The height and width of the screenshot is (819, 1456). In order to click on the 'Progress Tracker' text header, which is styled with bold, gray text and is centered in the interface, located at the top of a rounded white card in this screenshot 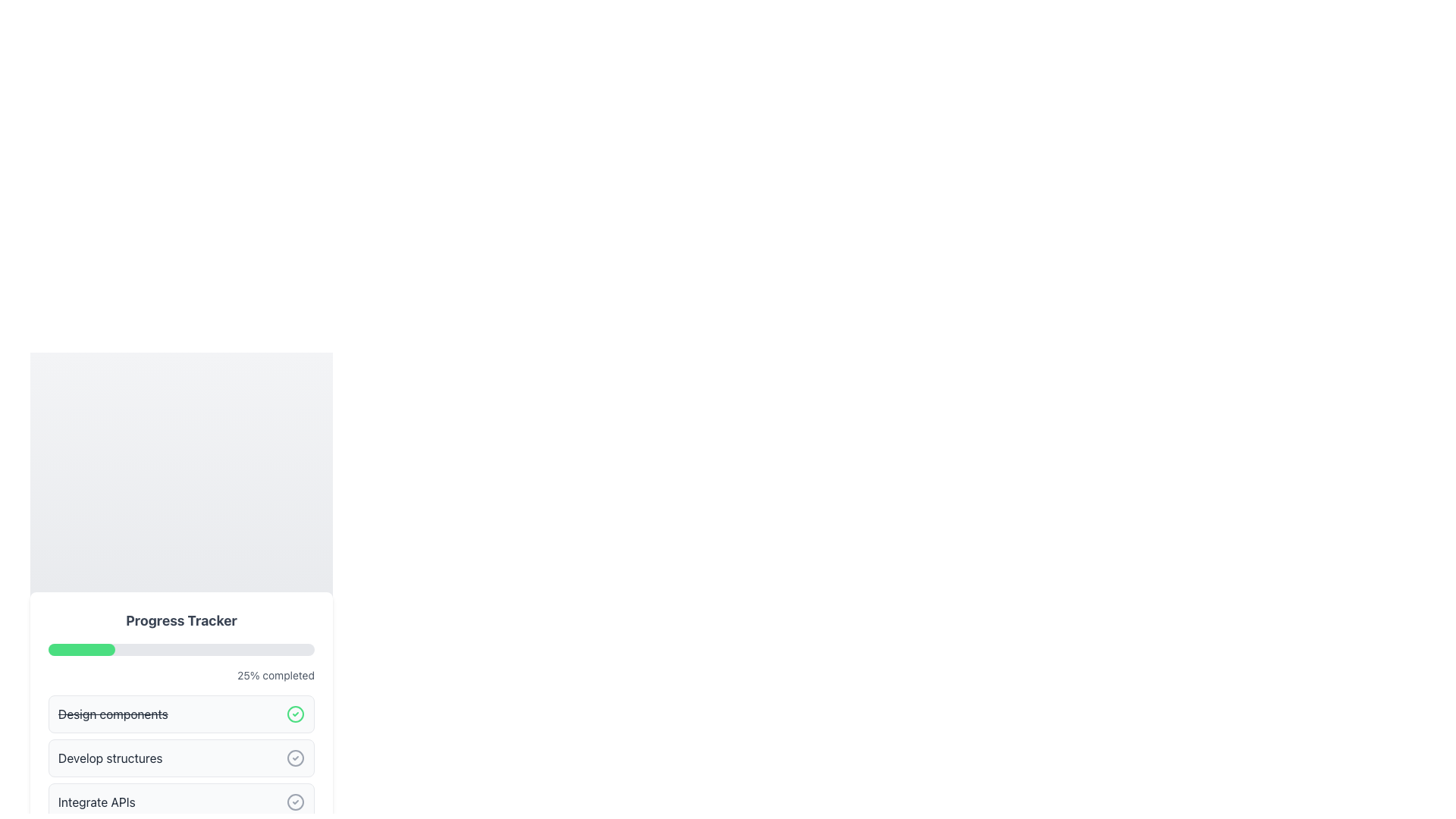, I will do `click(181, 620)`.